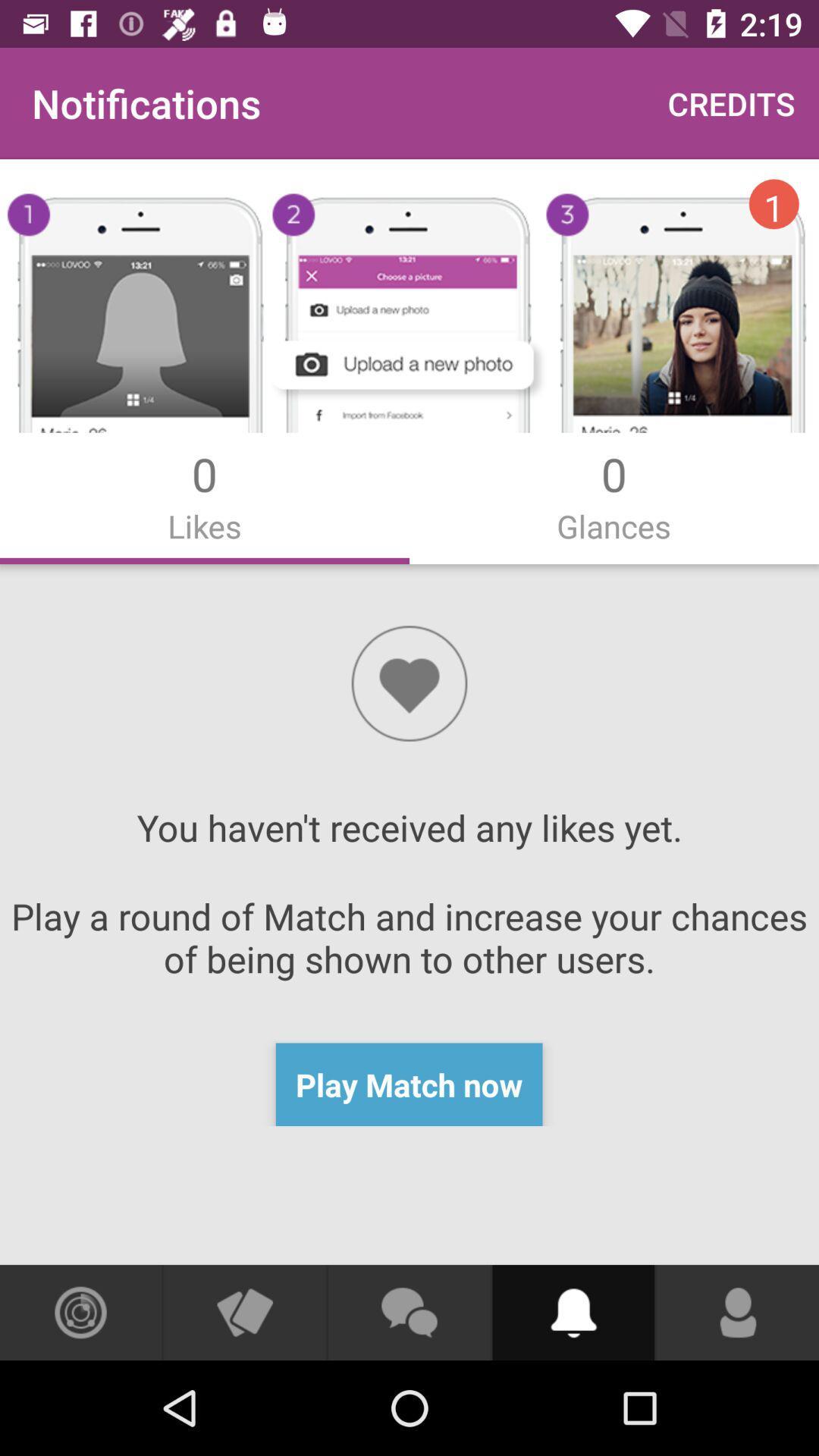  What do you see at coordinates (408, 1312) in the screenshot?
I see `chat option` at bounding box center [408, 1312].